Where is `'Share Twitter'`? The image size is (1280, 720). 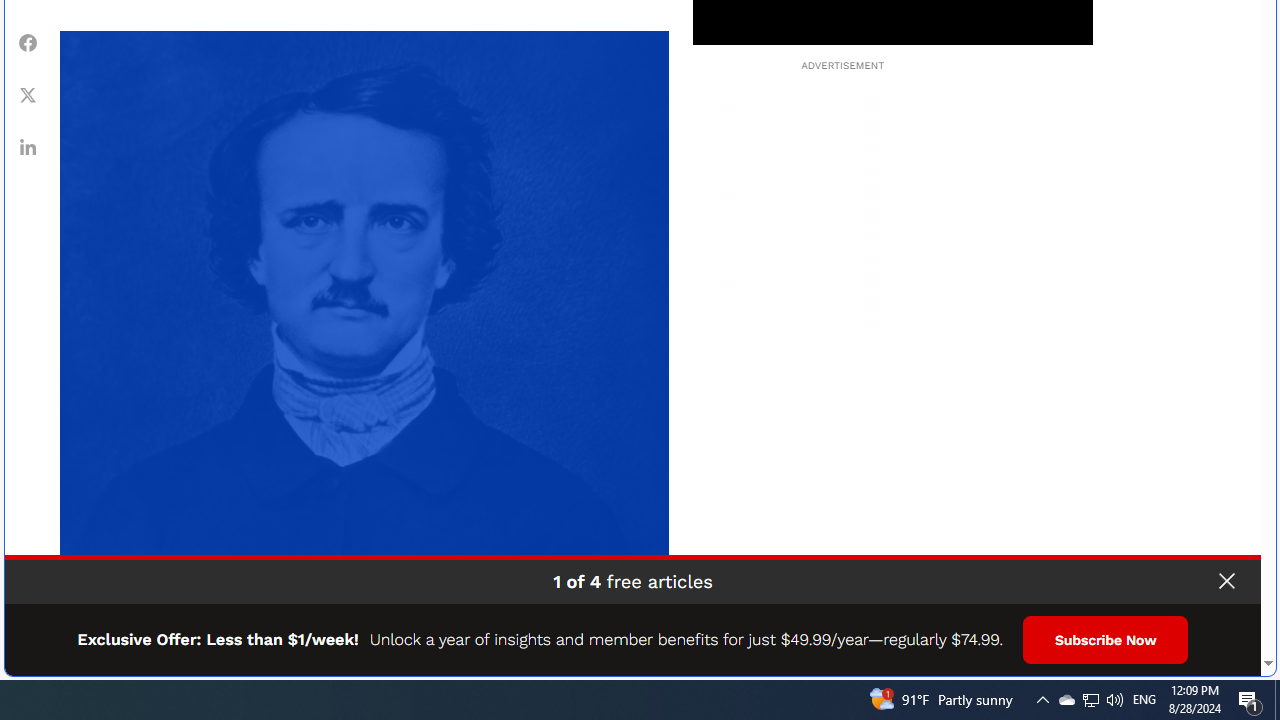
'Share Twitter' is located at coordinates (28, 95).